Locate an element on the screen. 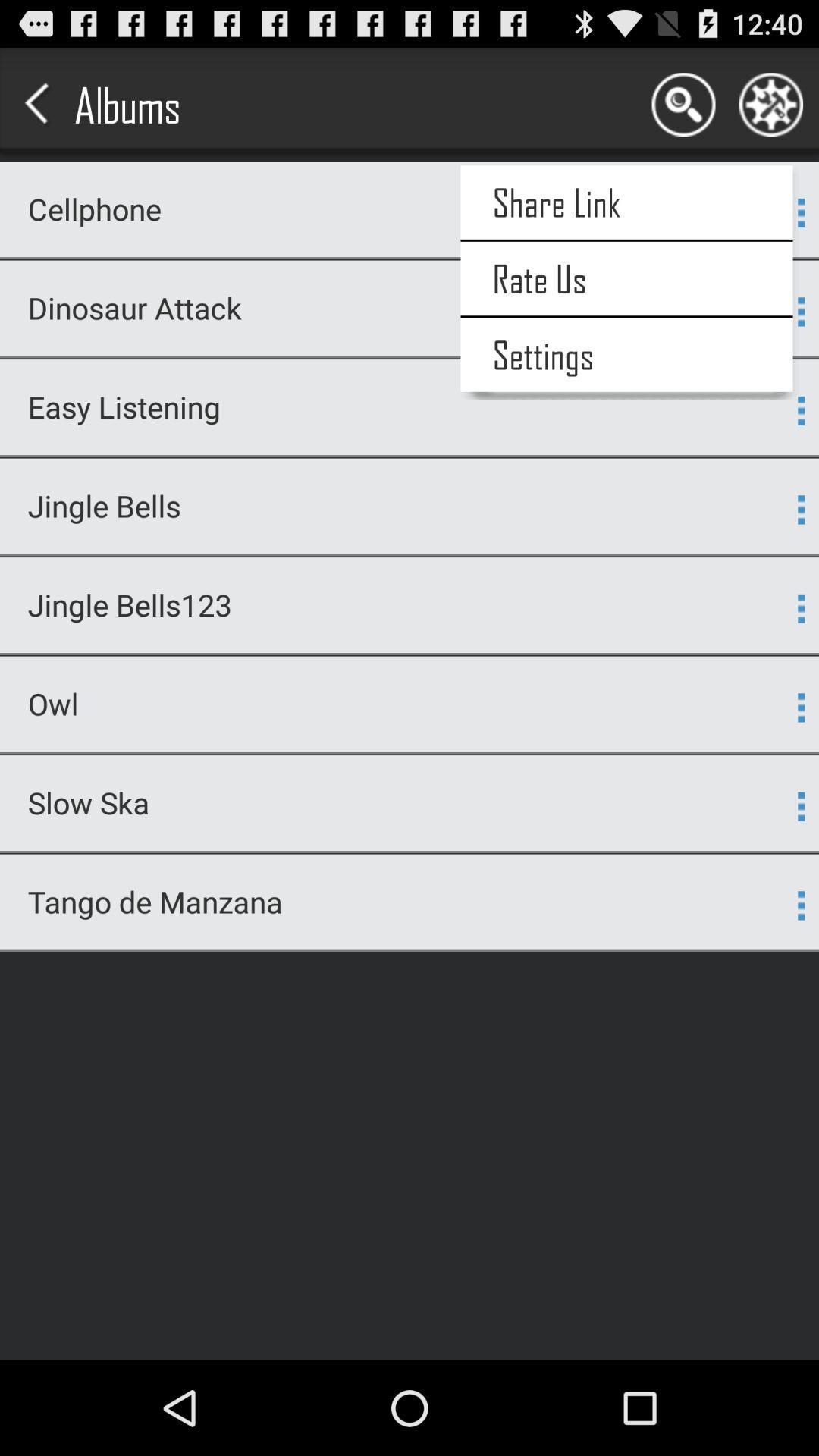 Image resolution: width=819 pixels, height=1456 pixels. the arrow on left side of albums is located at coordinates (39, 104).